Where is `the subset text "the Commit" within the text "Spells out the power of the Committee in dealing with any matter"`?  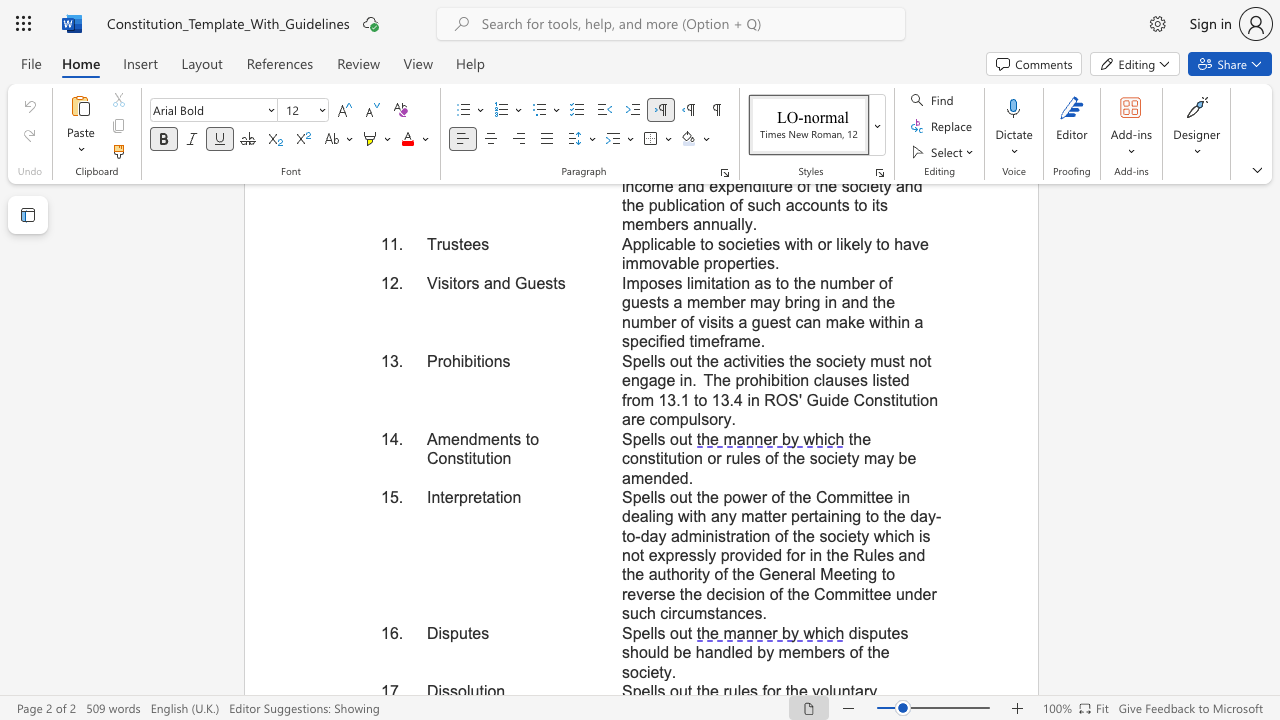 the subset text "the Commit" within the text "Spells out the power of the Committee in dealing with any matter" is located at coordinates (788, 496).